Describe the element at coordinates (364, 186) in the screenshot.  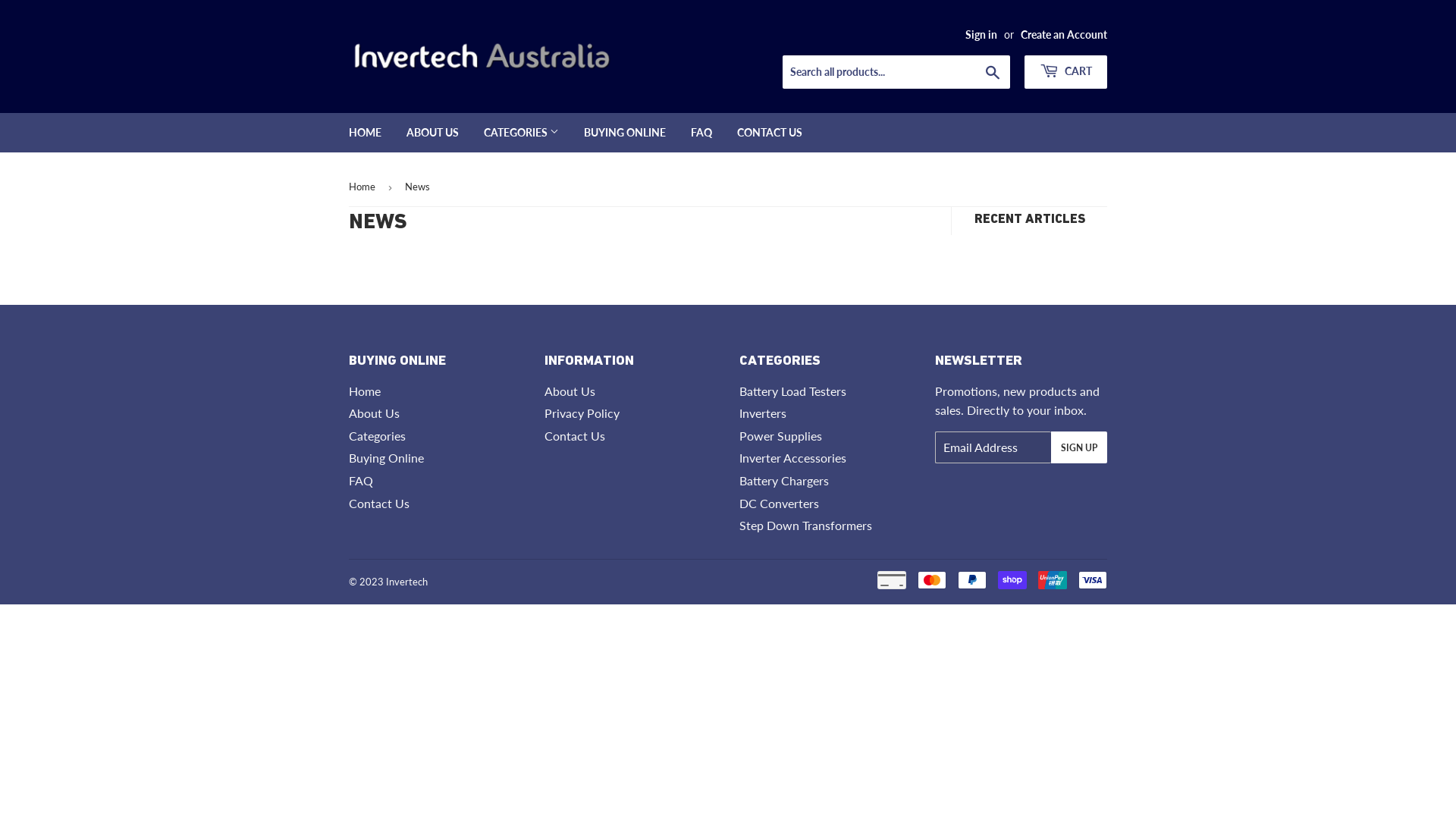
I see `'Home'` at that location.